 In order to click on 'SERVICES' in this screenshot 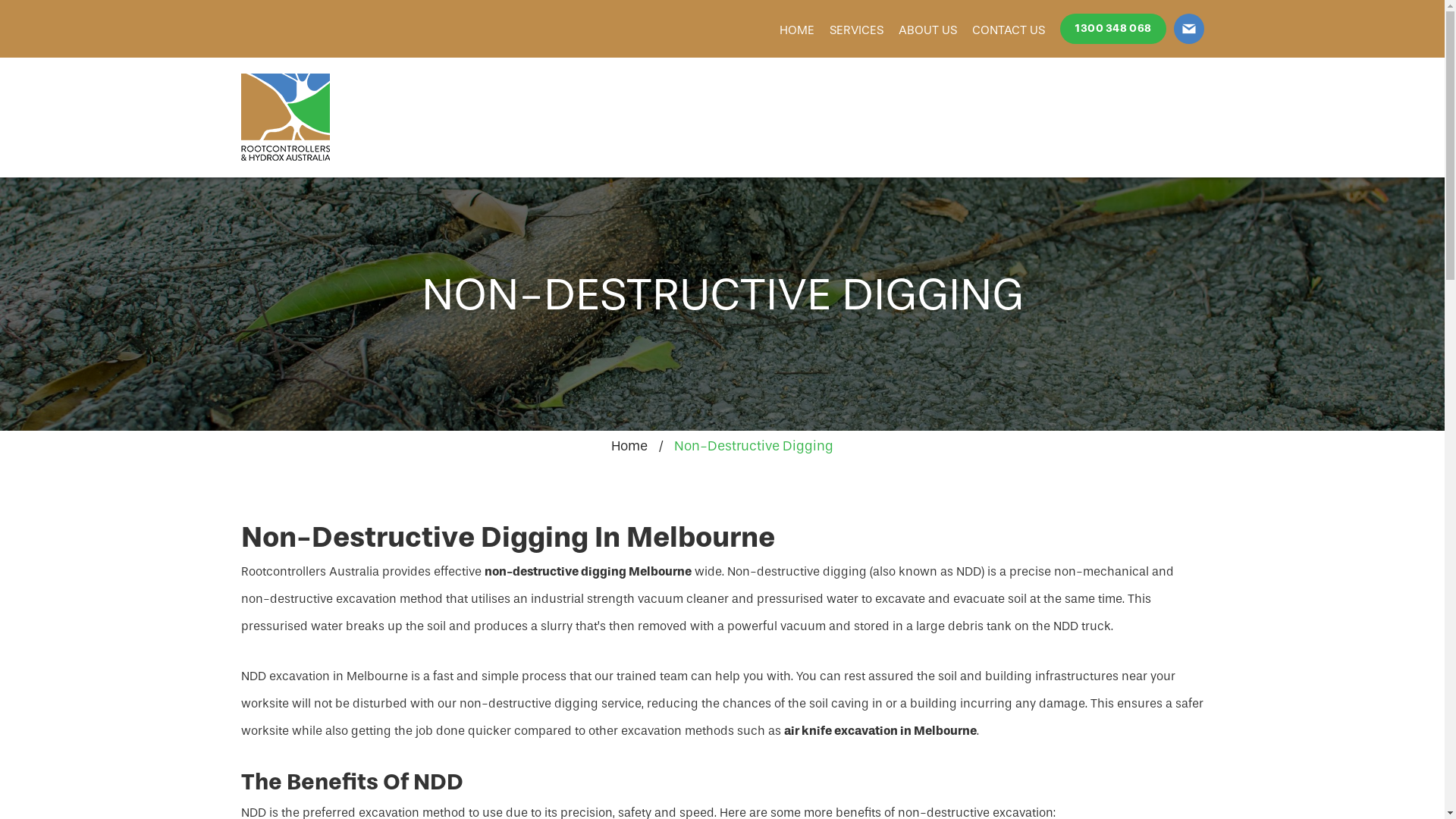, I will do `click(856, 29)`.